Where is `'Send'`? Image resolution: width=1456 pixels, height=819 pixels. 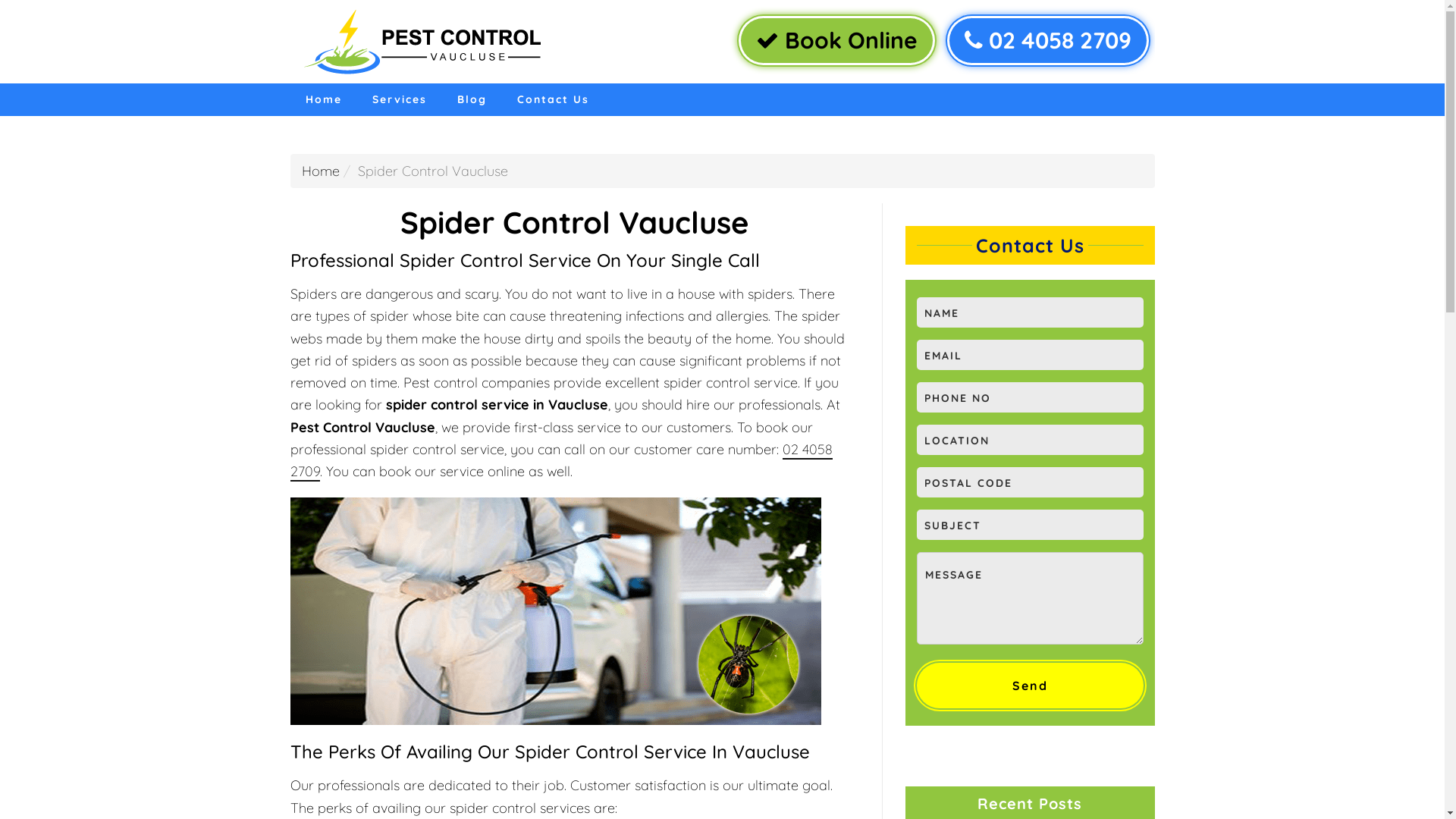 'Send' is located at coordinates (1029, 685).